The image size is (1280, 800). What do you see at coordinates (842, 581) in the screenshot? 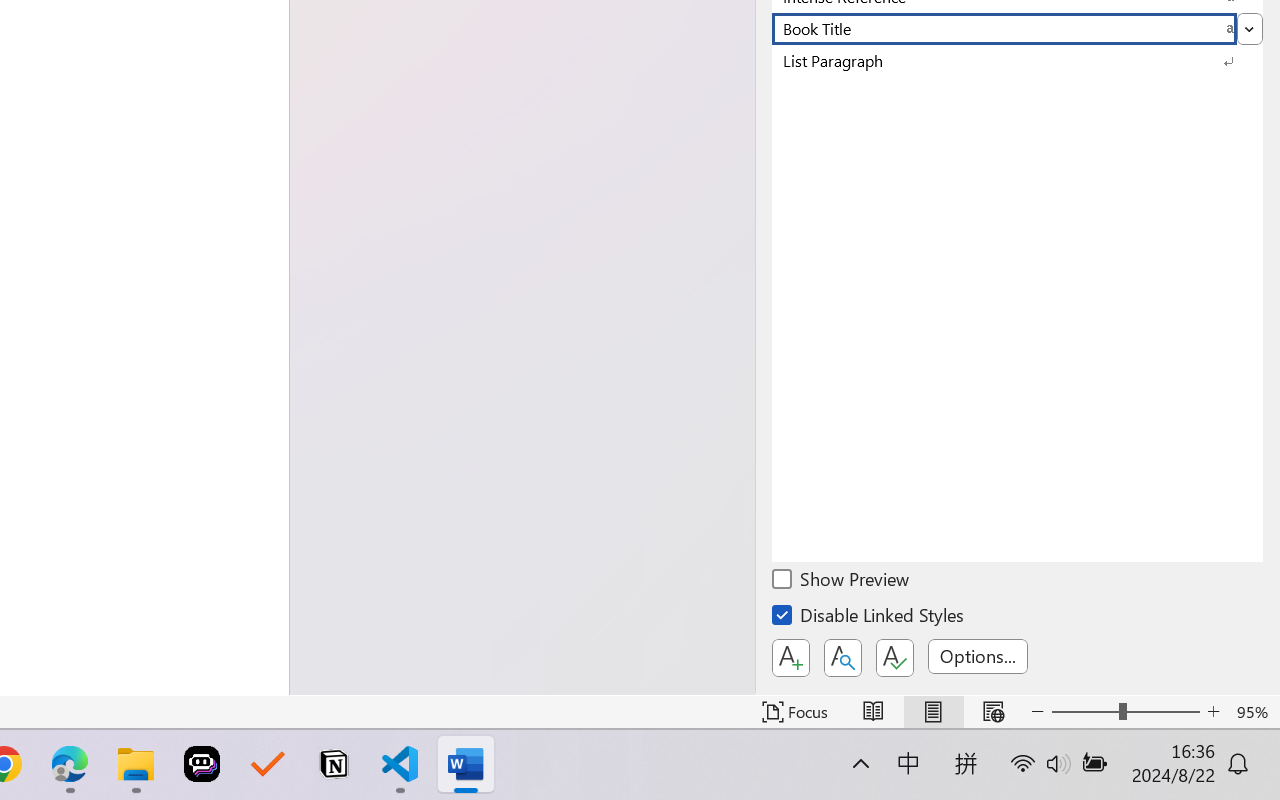
I see `'Show Preview'` at bounding box center [842, 581].